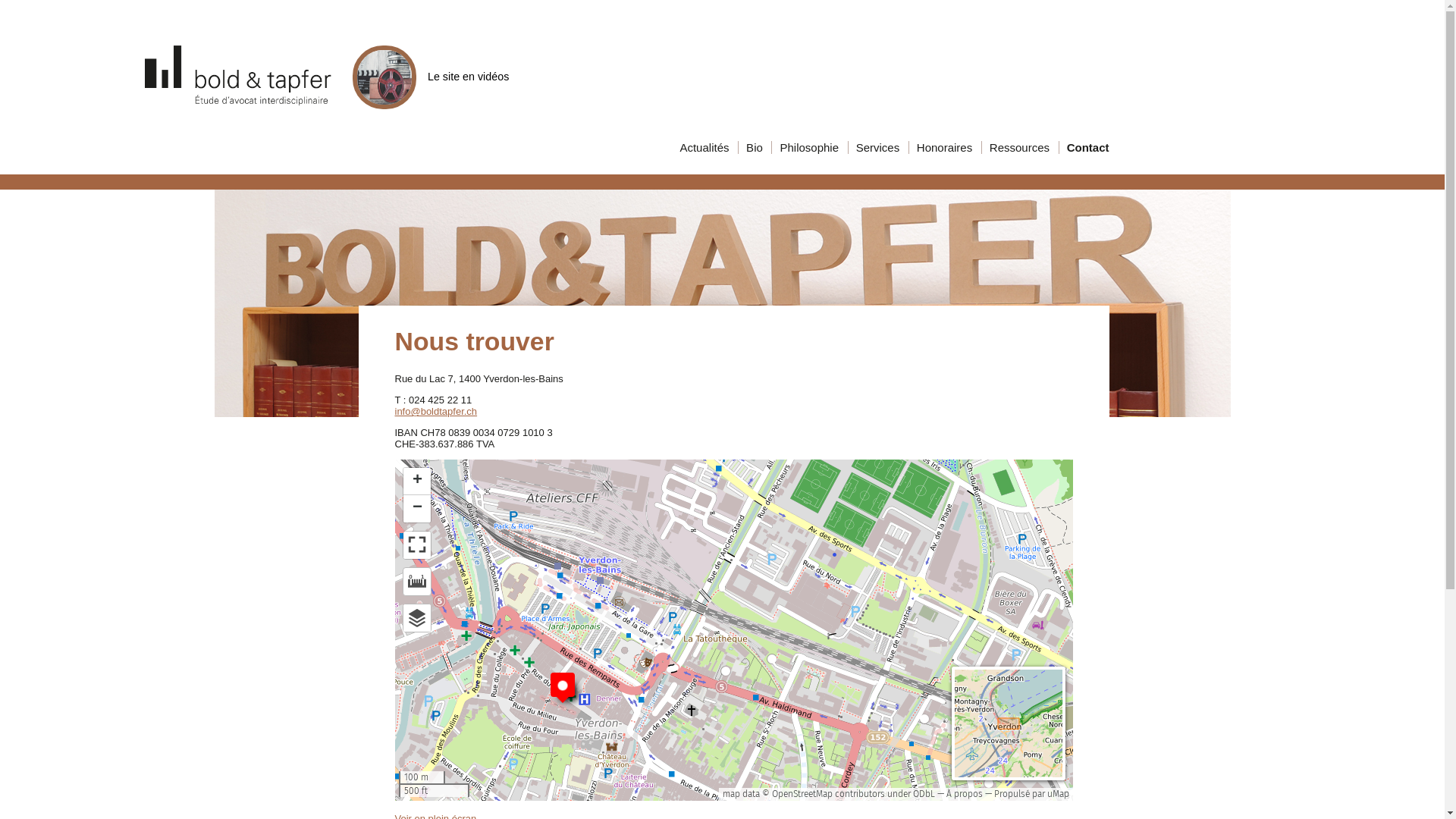 This screenshot has height=819, width=1456. What do you see at coordinates (1118, 147) in the screenshot?
I see `'Contact'` at bounding box center [1118, 147].